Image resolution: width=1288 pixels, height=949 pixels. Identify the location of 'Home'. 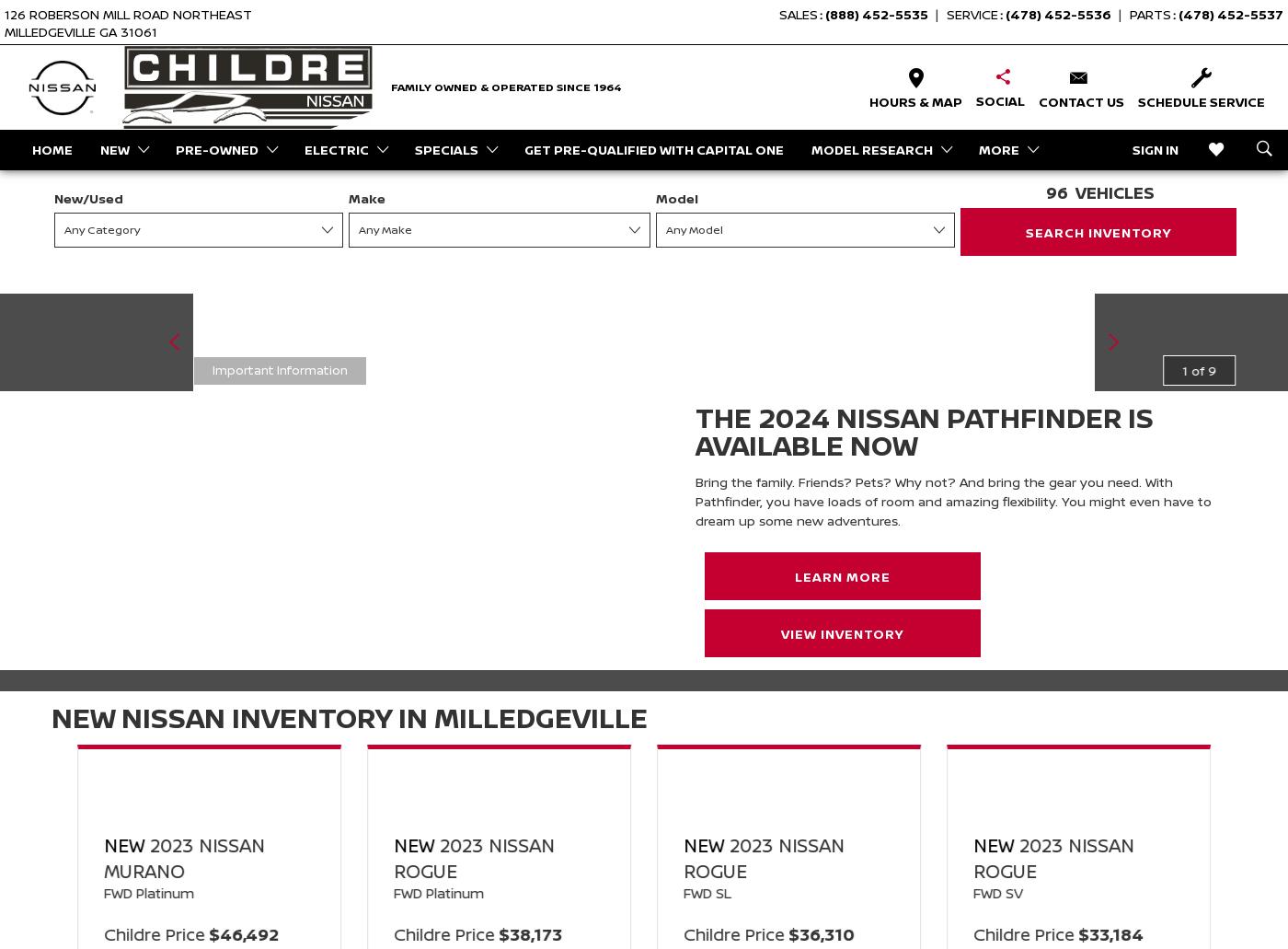
(52, 147).